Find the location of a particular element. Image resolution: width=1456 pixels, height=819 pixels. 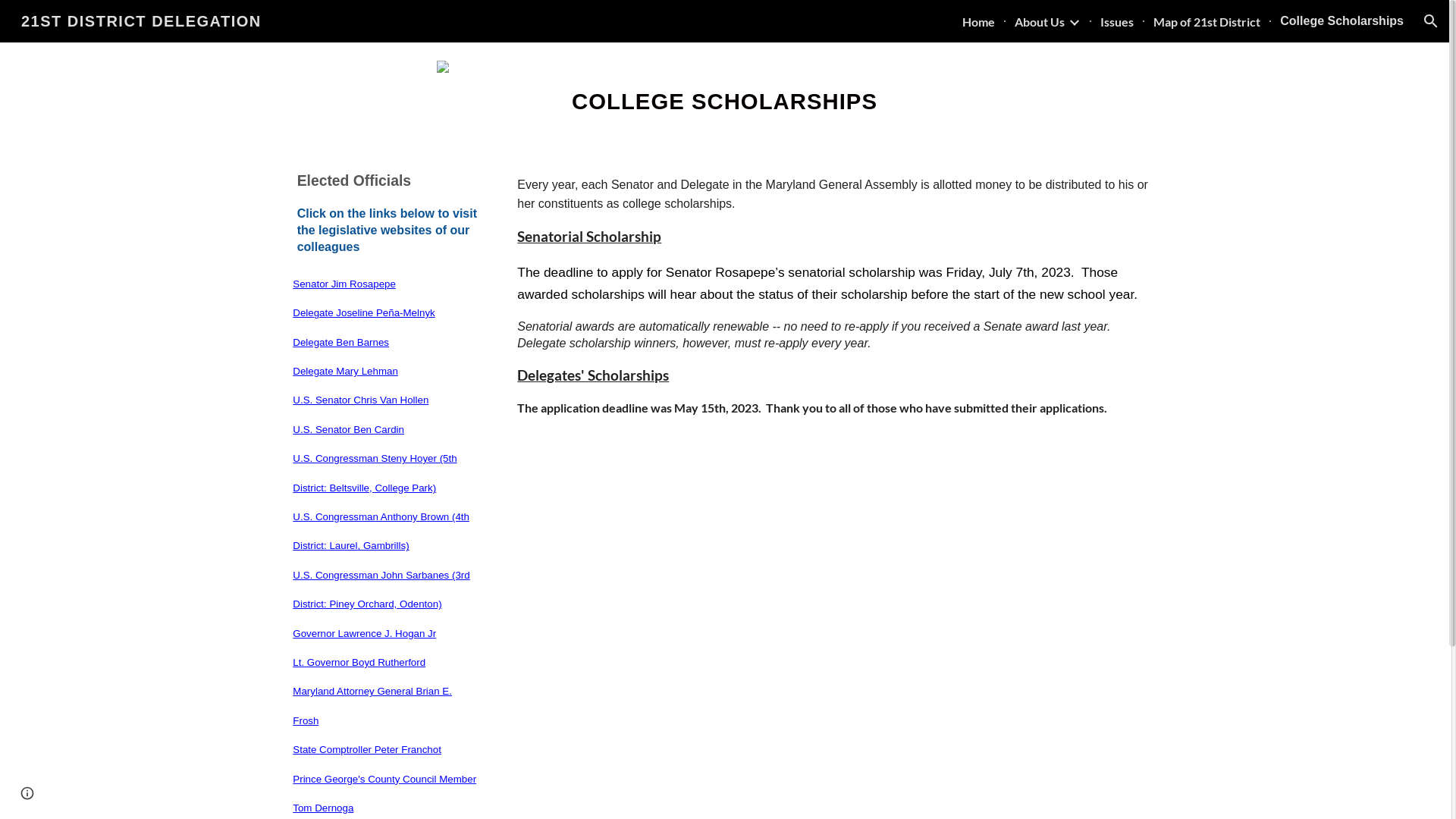

'Governor Lawrence J. Hogan Jr' is located at coordinates (364, 632).